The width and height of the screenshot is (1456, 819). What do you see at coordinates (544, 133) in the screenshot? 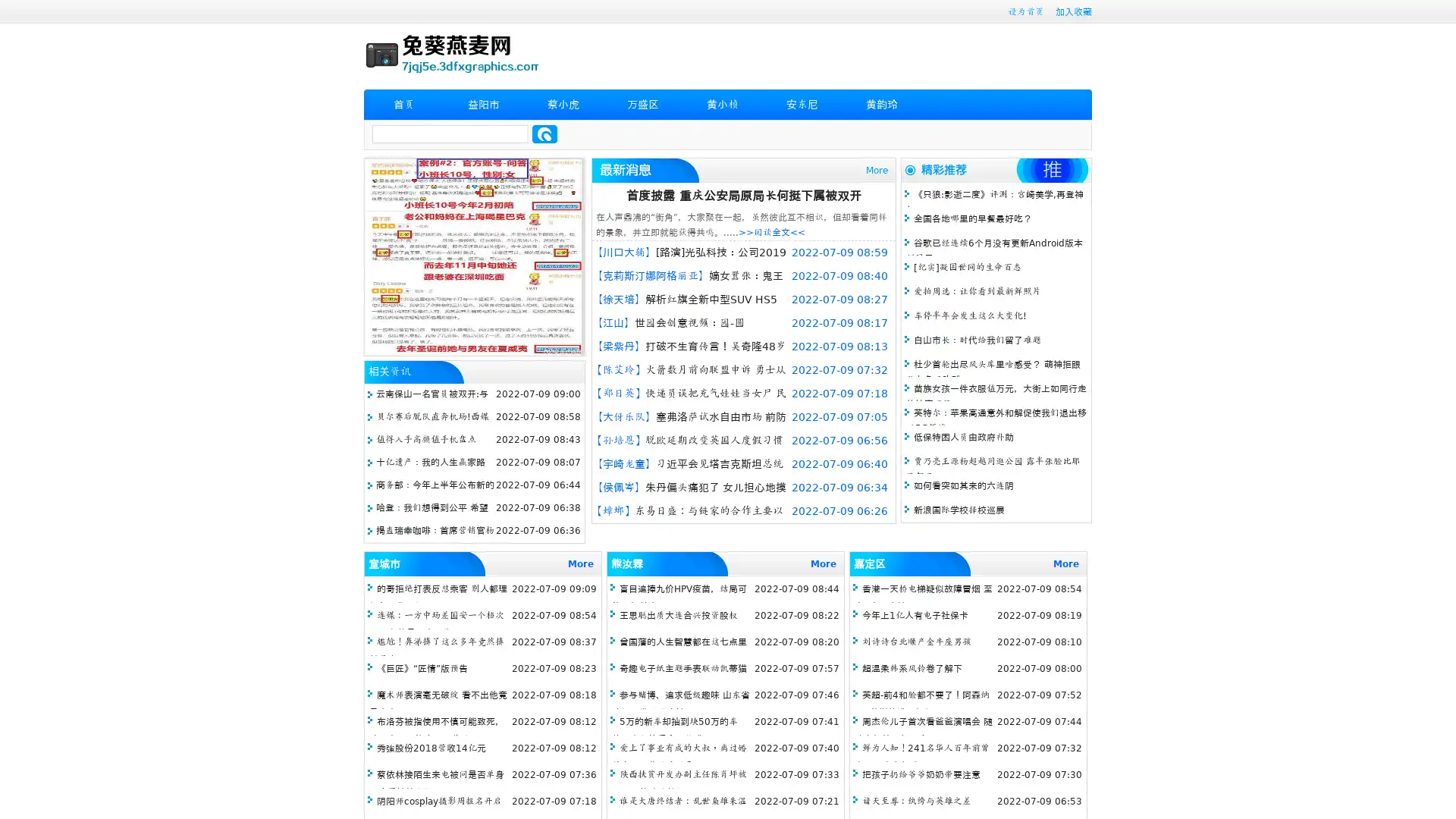
I see `Search` at bounding box center [544, 133].